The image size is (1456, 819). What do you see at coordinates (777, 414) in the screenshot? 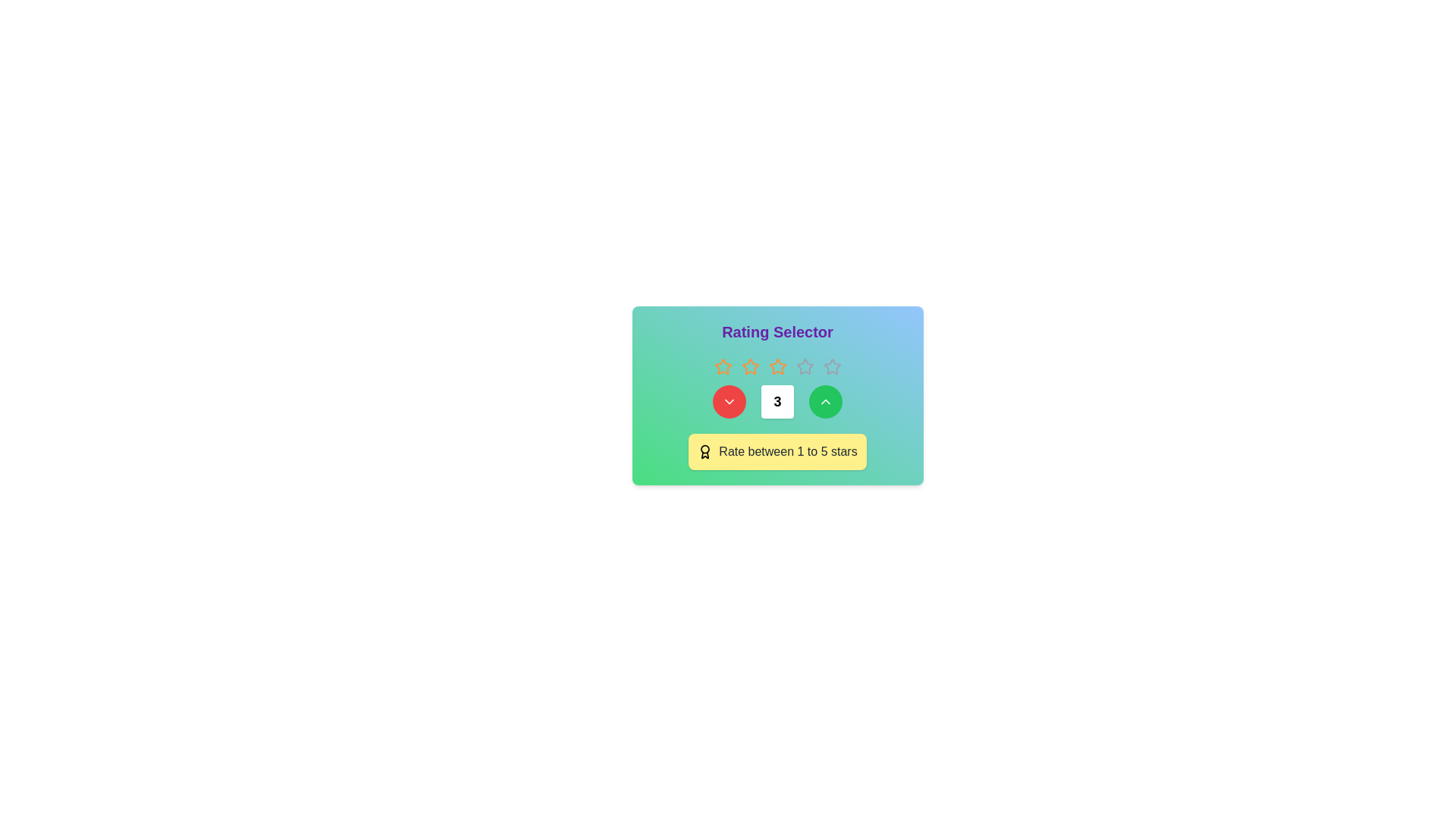
I see `displayed number from the Numeric display box which is a vertically elongated rectangle with a white background, located centrally below the row of star icons, between the decrement button (green) on the left and the increment button (red) on the right` at bounding box center [777, 414].